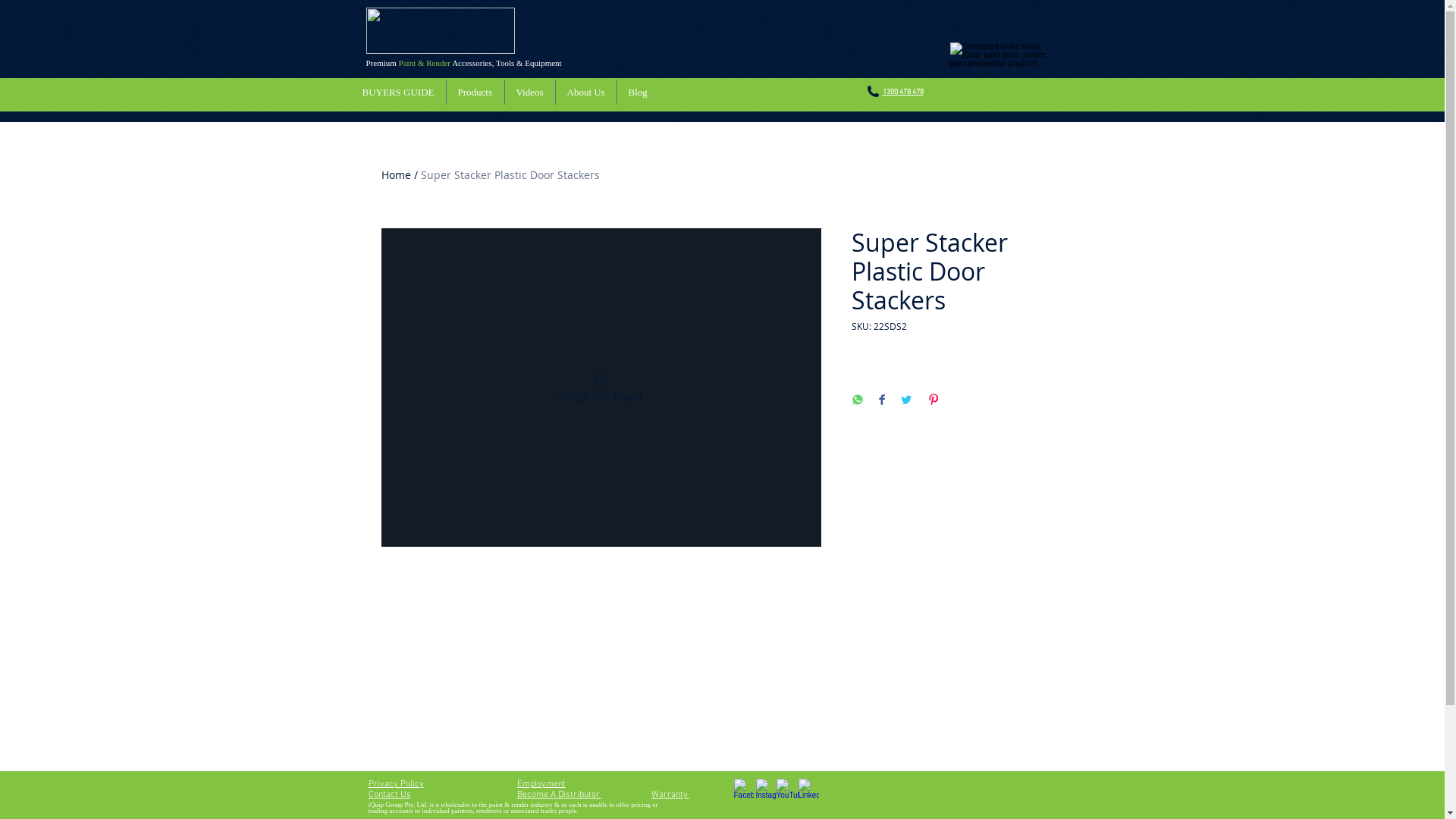  I want to click on 'Super Stacker Plastic Door Stackers', so click(510, 174).